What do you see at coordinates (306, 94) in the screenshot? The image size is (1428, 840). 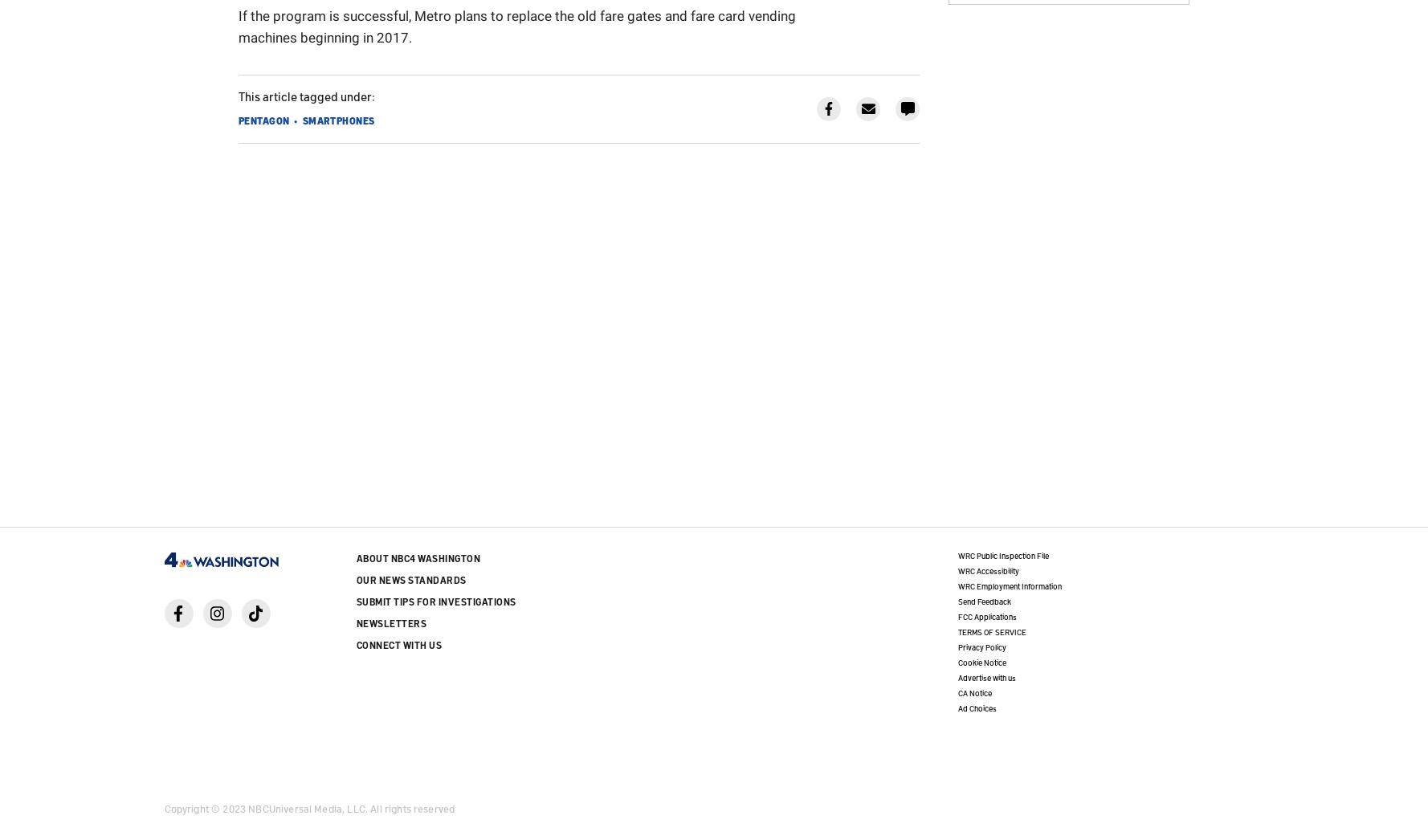 I see `'This article tagged under:'` at bounding box center [306, 94].